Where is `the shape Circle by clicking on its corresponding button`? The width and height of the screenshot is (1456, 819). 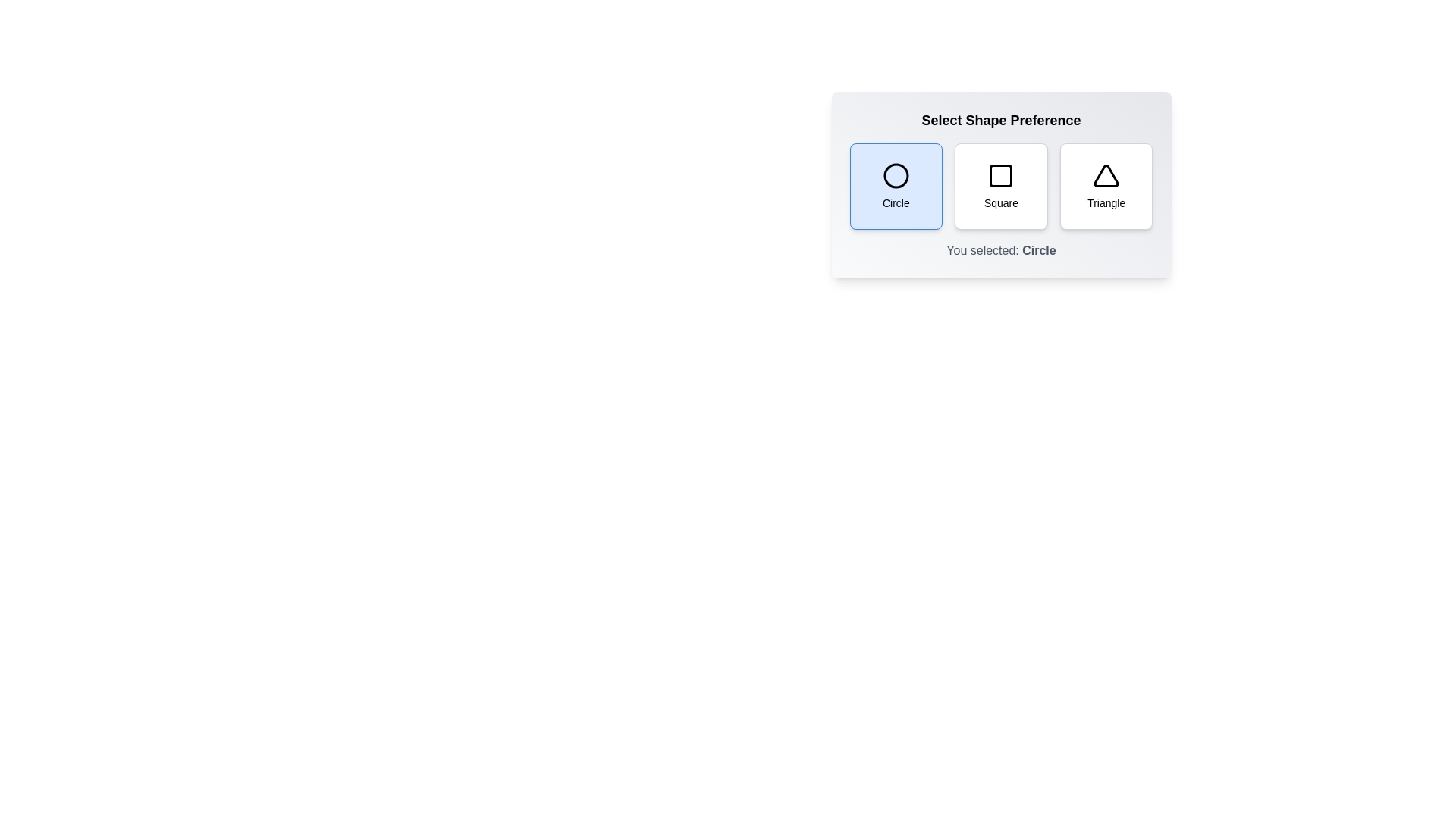
the shape Circle by clicking on its corresponding button is located at coordinates (896, 186).